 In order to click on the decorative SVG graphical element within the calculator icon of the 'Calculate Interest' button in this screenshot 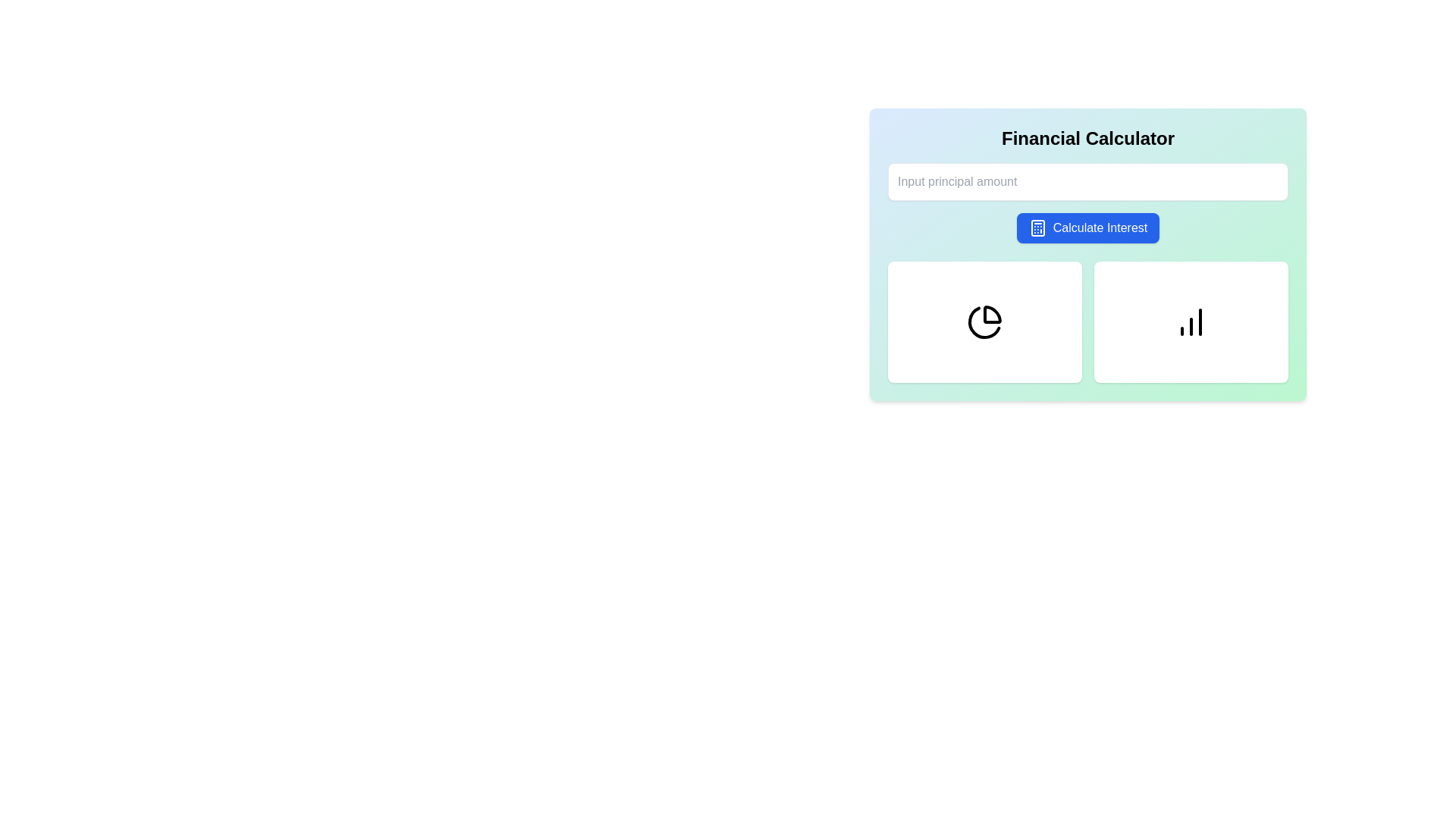, I will do `click(1037, 227)`.